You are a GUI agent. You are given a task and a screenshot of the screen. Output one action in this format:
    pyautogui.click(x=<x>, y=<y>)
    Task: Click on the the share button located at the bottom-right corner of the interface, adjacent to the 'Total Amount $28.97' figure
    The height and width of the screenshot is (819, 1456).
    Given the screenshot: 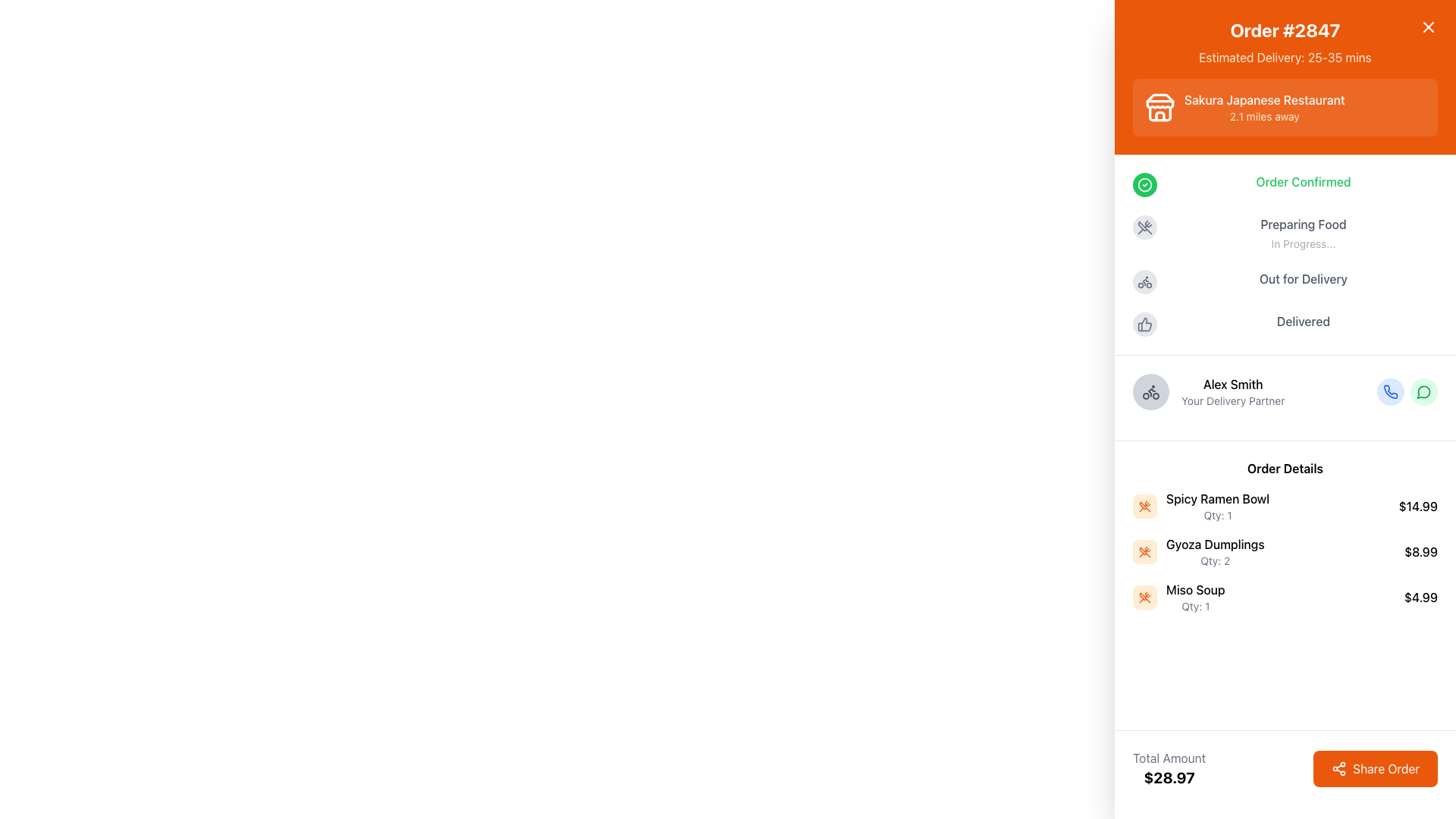 What is the action you would take?
    pyautogui.click(x=1376, y=769)
    